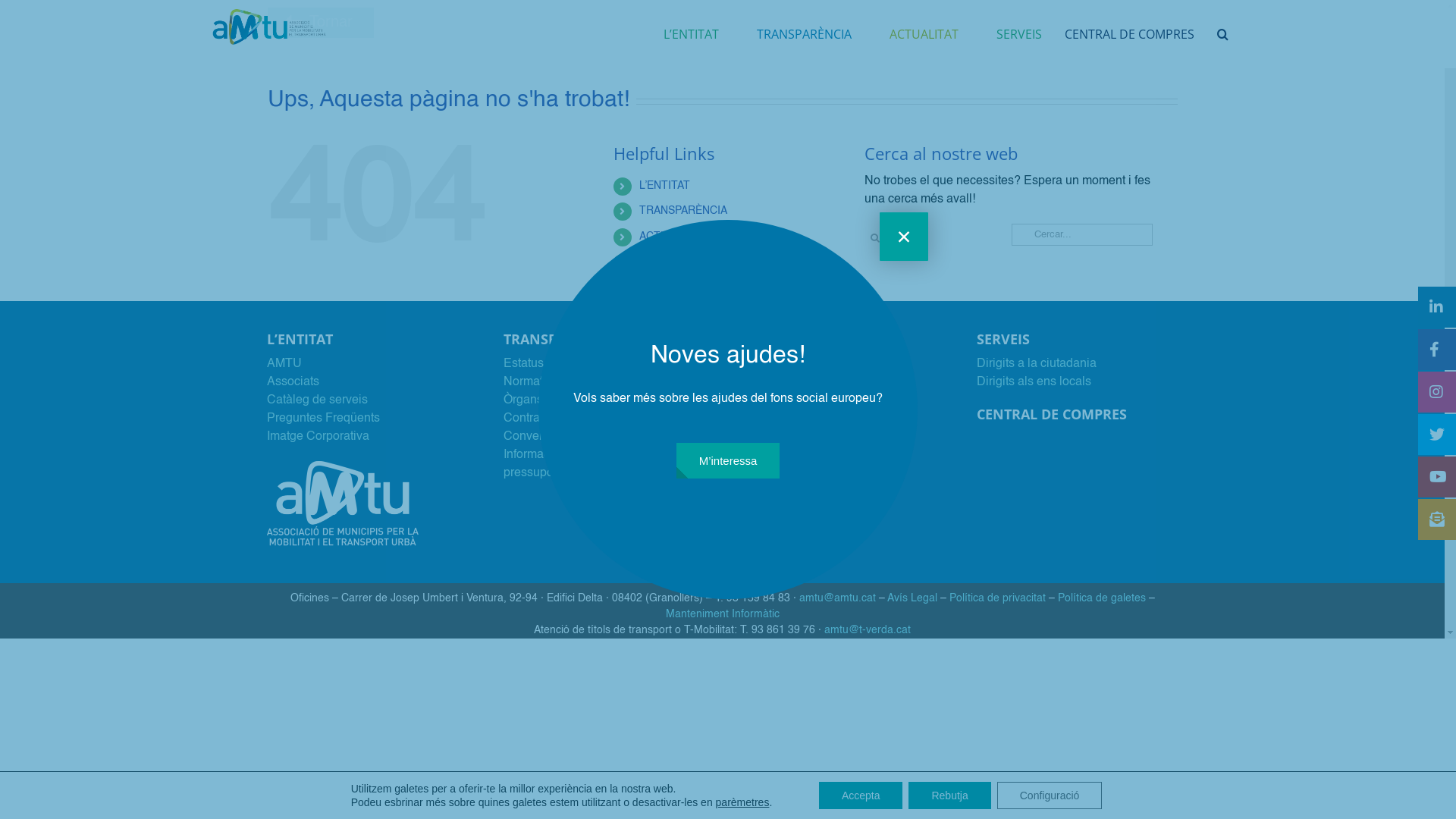 This screenshot has height=819, width=1456. What do you see at coordinates (670, 237) in the screenshot?
I see `'ACTUALITAT'` at bounding box center [670, 237].